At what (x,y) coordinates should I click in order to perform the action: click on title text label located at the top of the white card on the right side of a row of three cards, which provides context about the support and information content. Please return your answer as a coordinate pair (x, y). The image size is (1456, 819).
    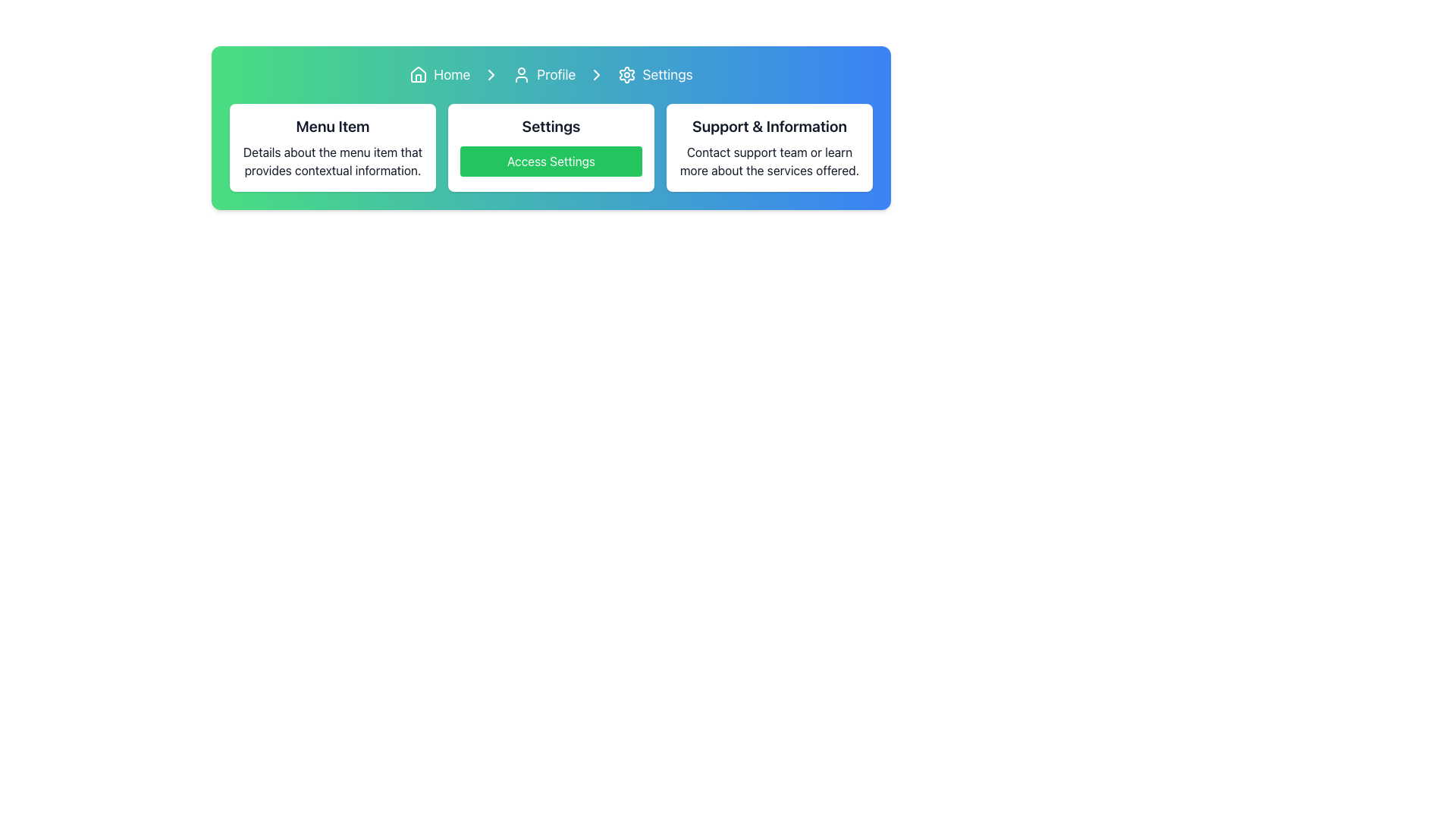
    Looking at the image, I should click on (769, 125).